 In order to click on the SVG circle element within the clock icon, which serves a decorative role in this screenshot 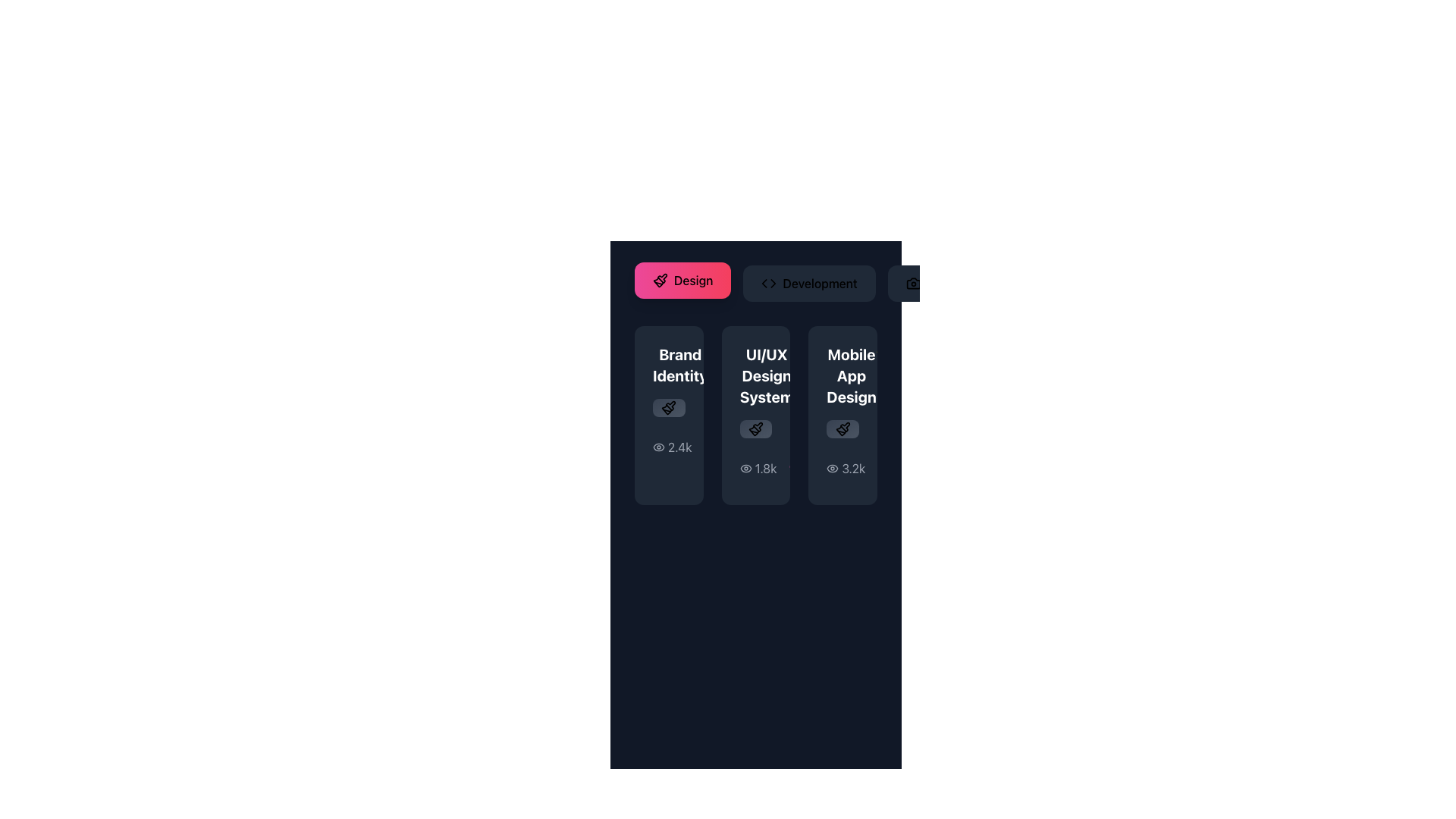, I will do `click(830, 467)`.